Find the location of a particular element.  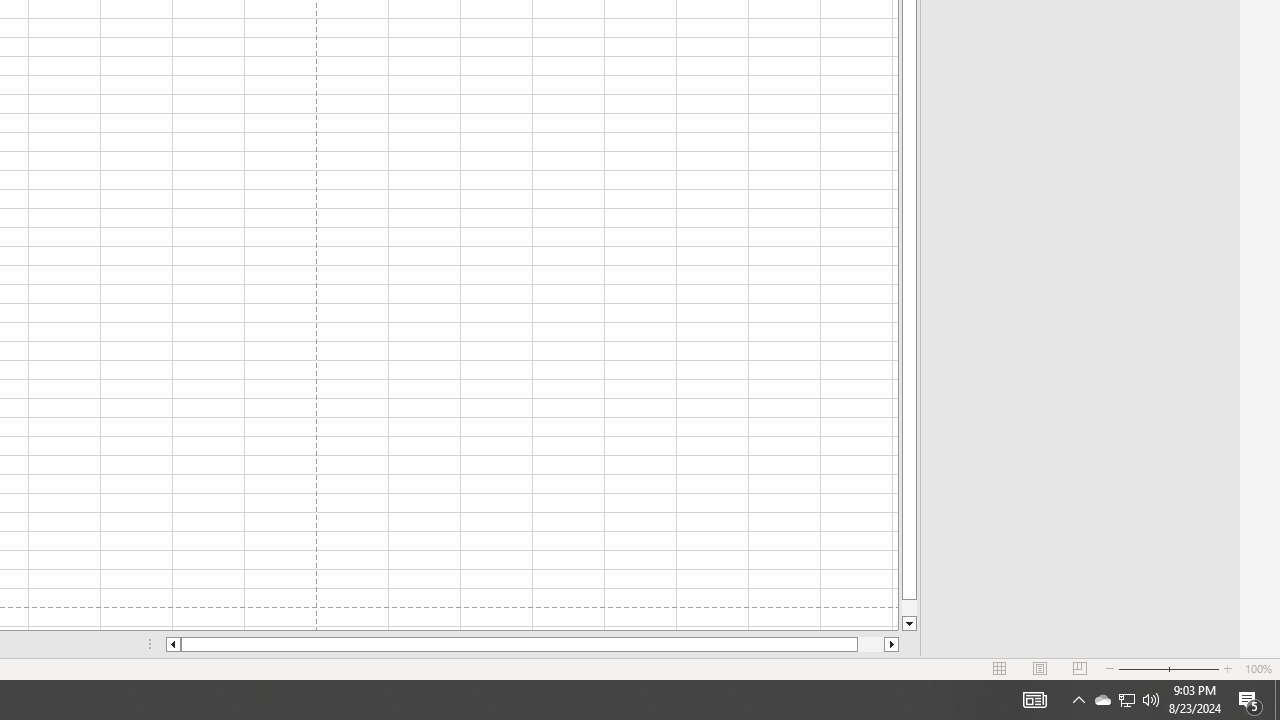

'Line down' is located at coordinates (908, 623).